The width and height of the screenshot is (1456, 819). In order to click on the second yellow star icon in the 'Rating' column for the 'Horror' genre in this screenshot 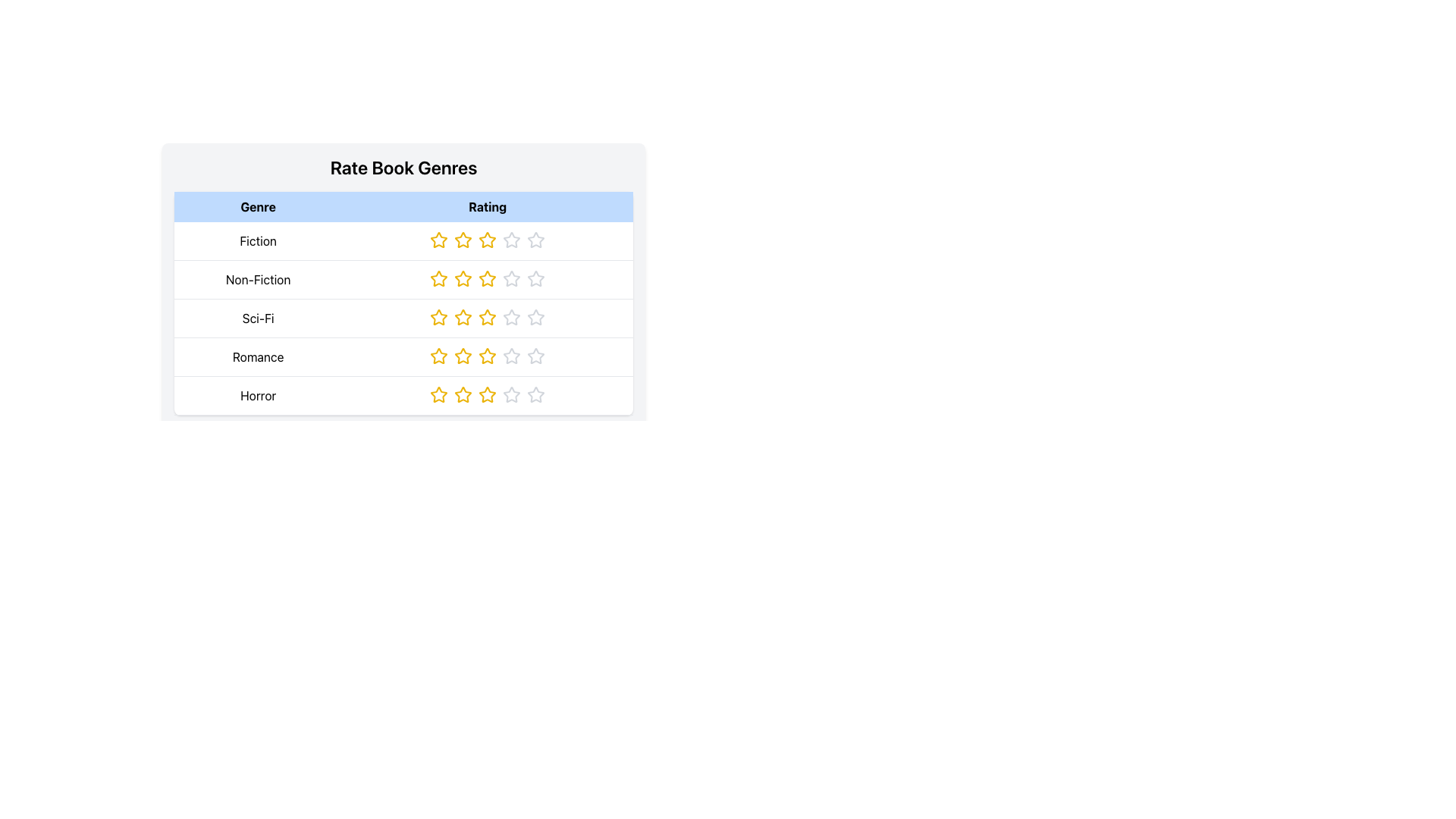, I will do `click(488, 394)`.